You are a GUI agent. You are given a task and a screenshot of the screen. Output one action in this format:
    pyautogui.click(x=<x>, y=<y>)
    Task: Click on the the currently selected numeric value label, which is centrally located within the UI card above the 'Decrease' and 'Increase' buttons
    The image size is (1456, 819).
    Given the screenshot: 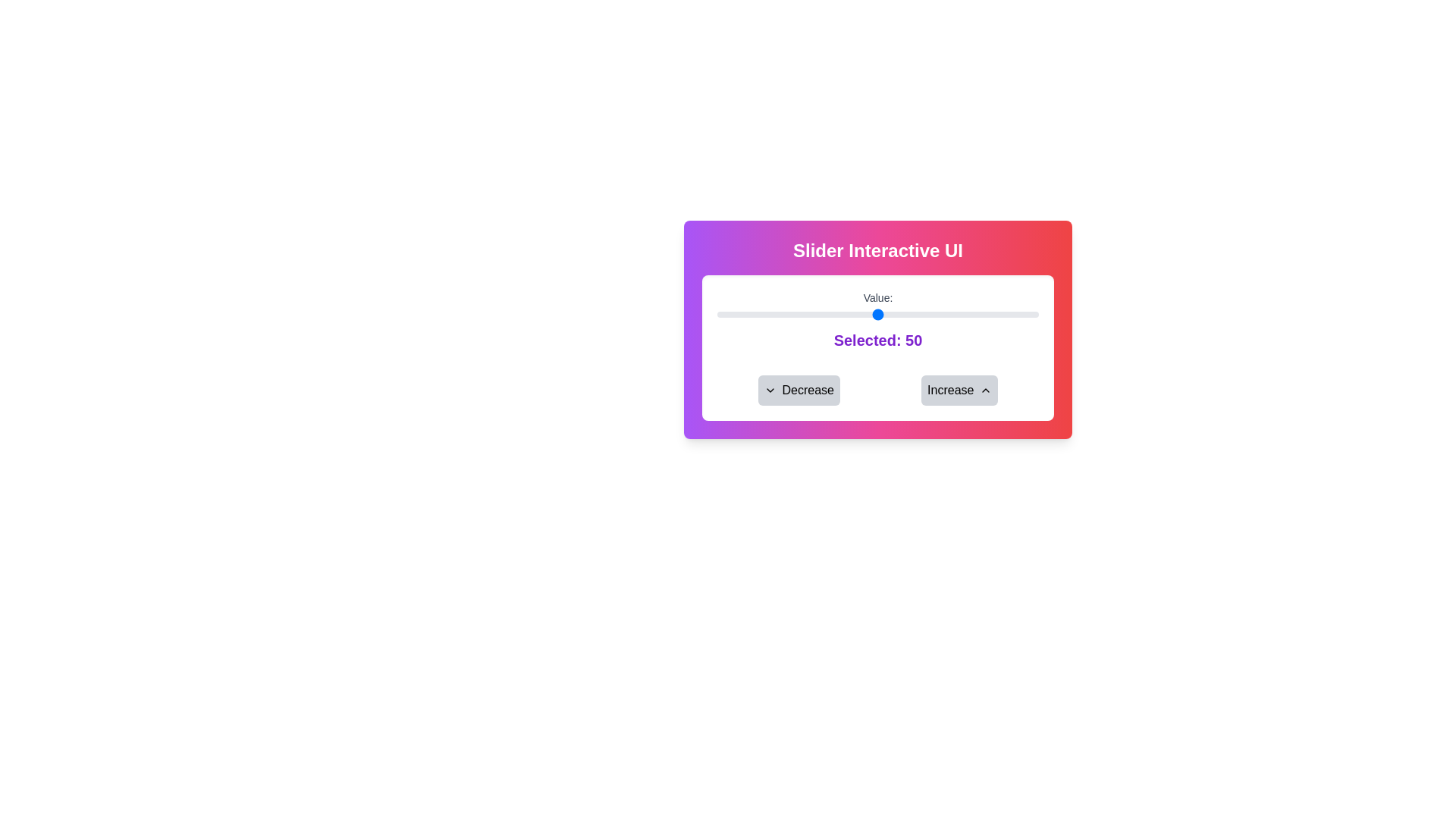 What is the action you would take?
    pyautogui.click(x=913, y=339)
    